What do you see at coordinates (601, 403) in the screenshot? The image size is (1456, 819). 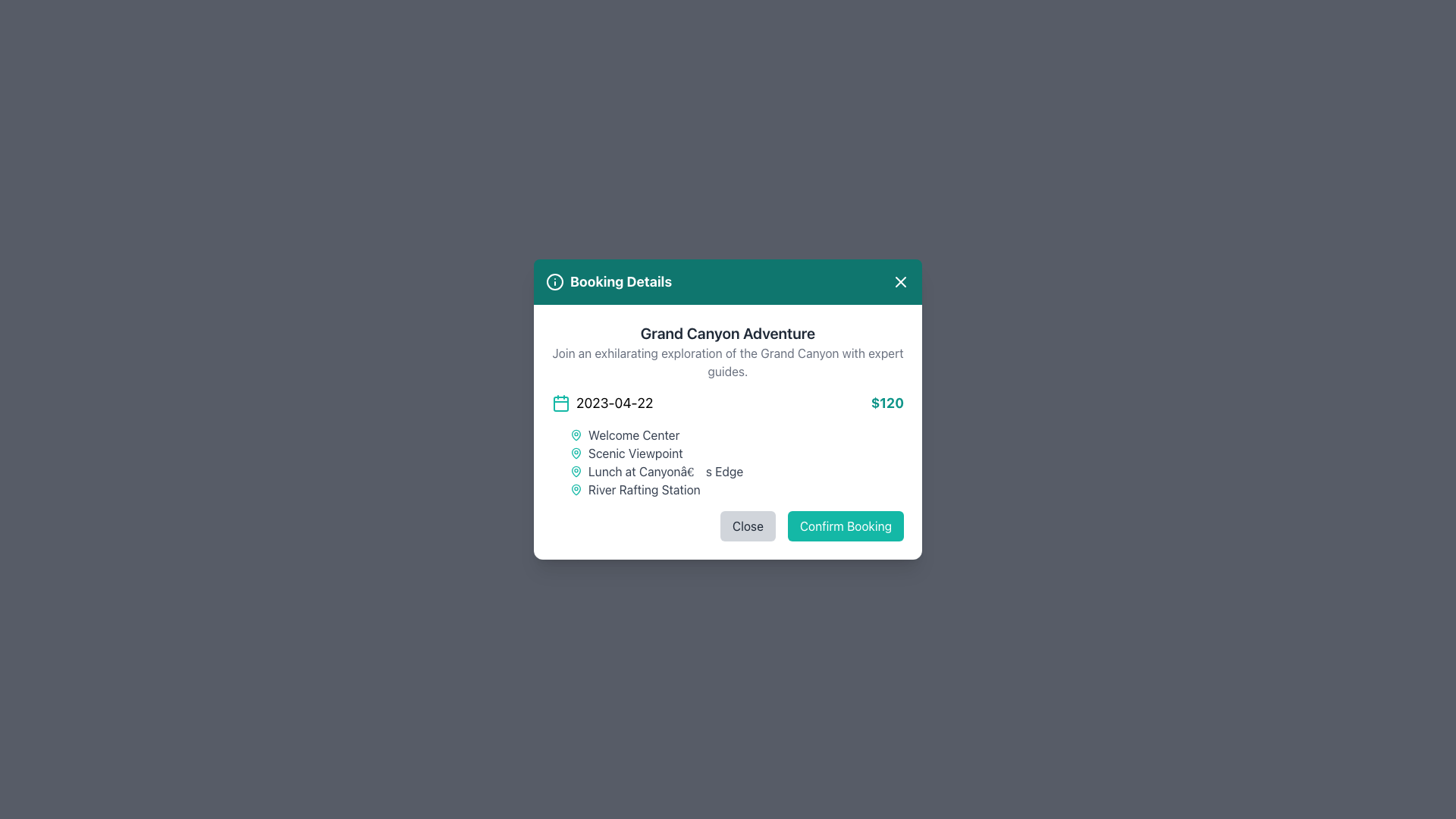 I see `date information from the Text with Icon displaying '2023-04-22' next to a teal outlined calendar icon, located near the top-left section of the dialog box under 'Grand Canyon Adventure'` at bounding box center [601, 403].